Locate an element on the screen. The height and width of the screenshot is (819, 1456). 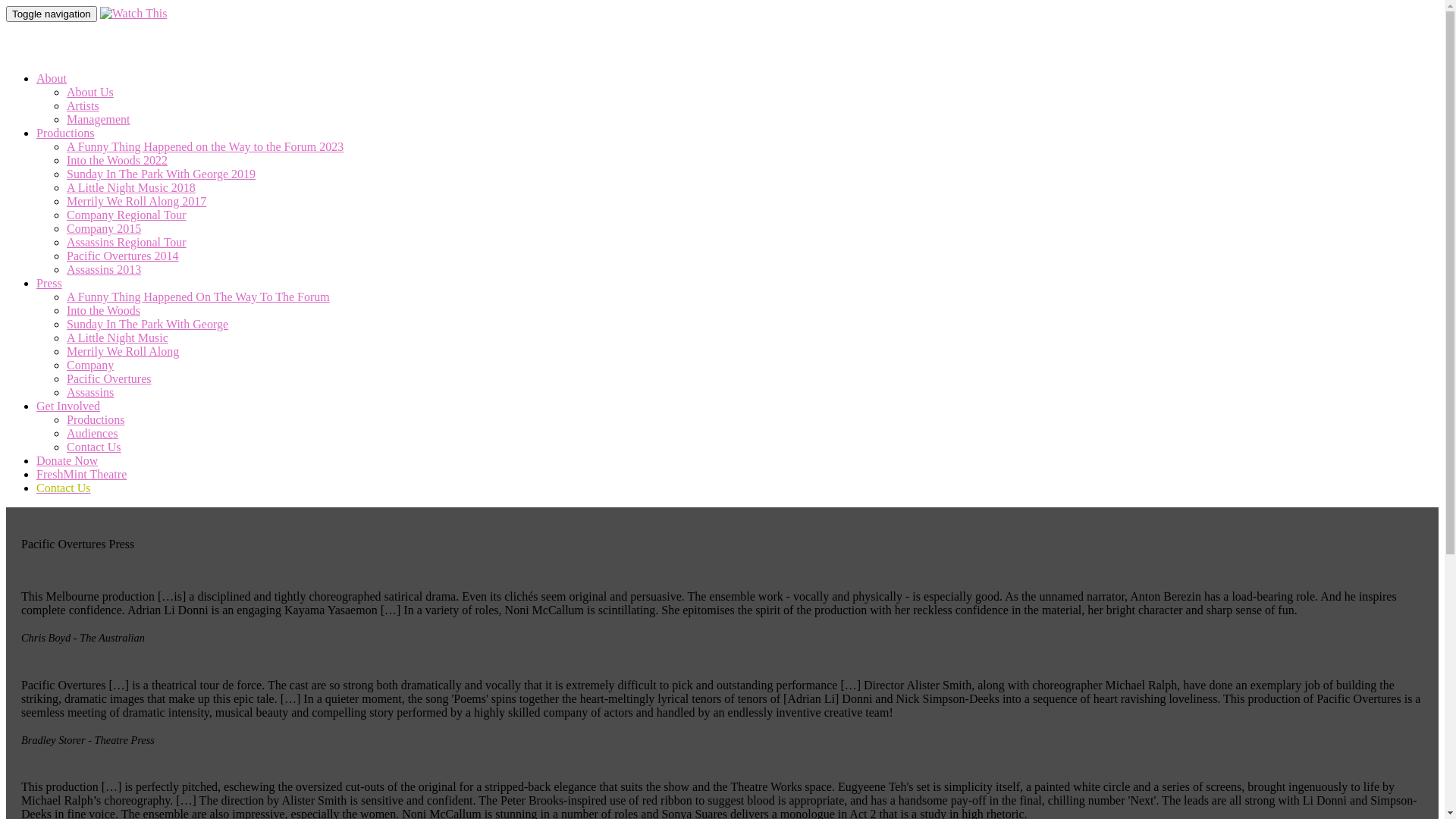
'Press' is located at coordinates (49, 283).